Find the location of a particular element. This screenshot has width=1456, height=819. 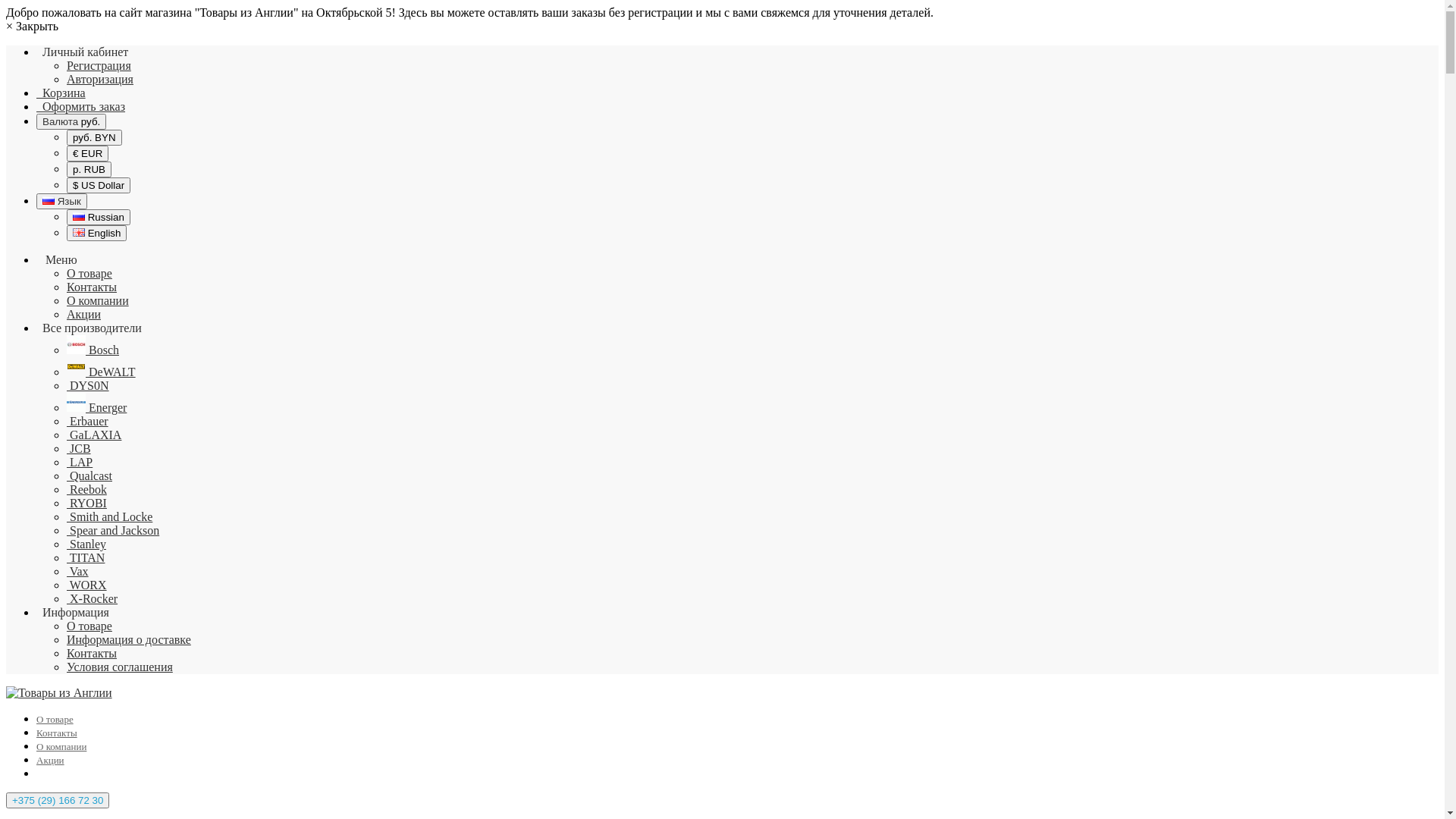

'X-Rocker' is located at coordinates (65, 598).